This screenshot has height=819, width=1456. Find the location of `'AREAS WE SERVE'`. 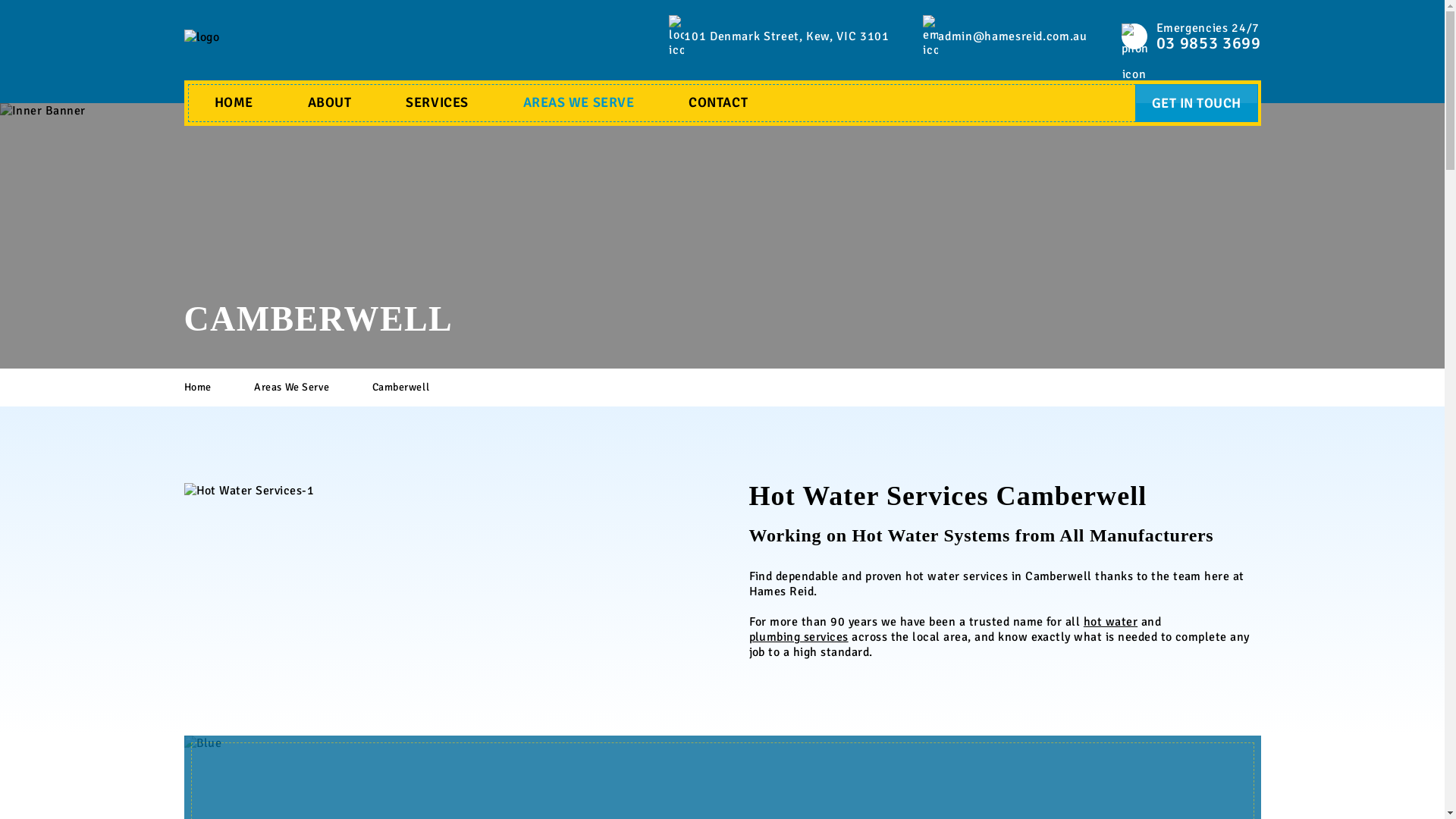

'AREAS WE SERVE' is located at coordinates (578, 102).